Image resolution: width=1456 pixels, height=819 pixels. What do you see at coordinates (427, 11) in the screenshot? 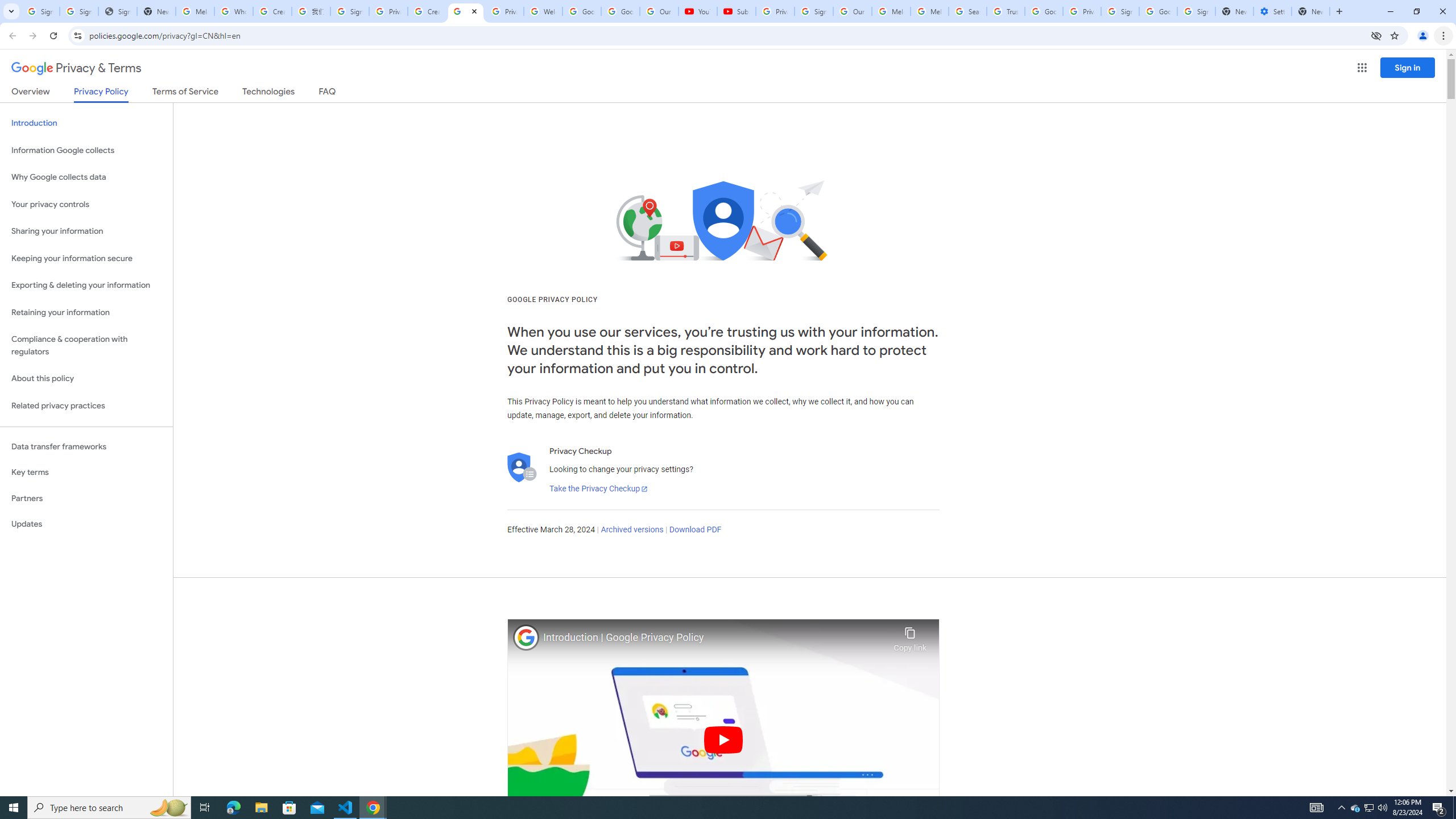
I see `'Create your Google Account'` at bounding box center [427, 11].